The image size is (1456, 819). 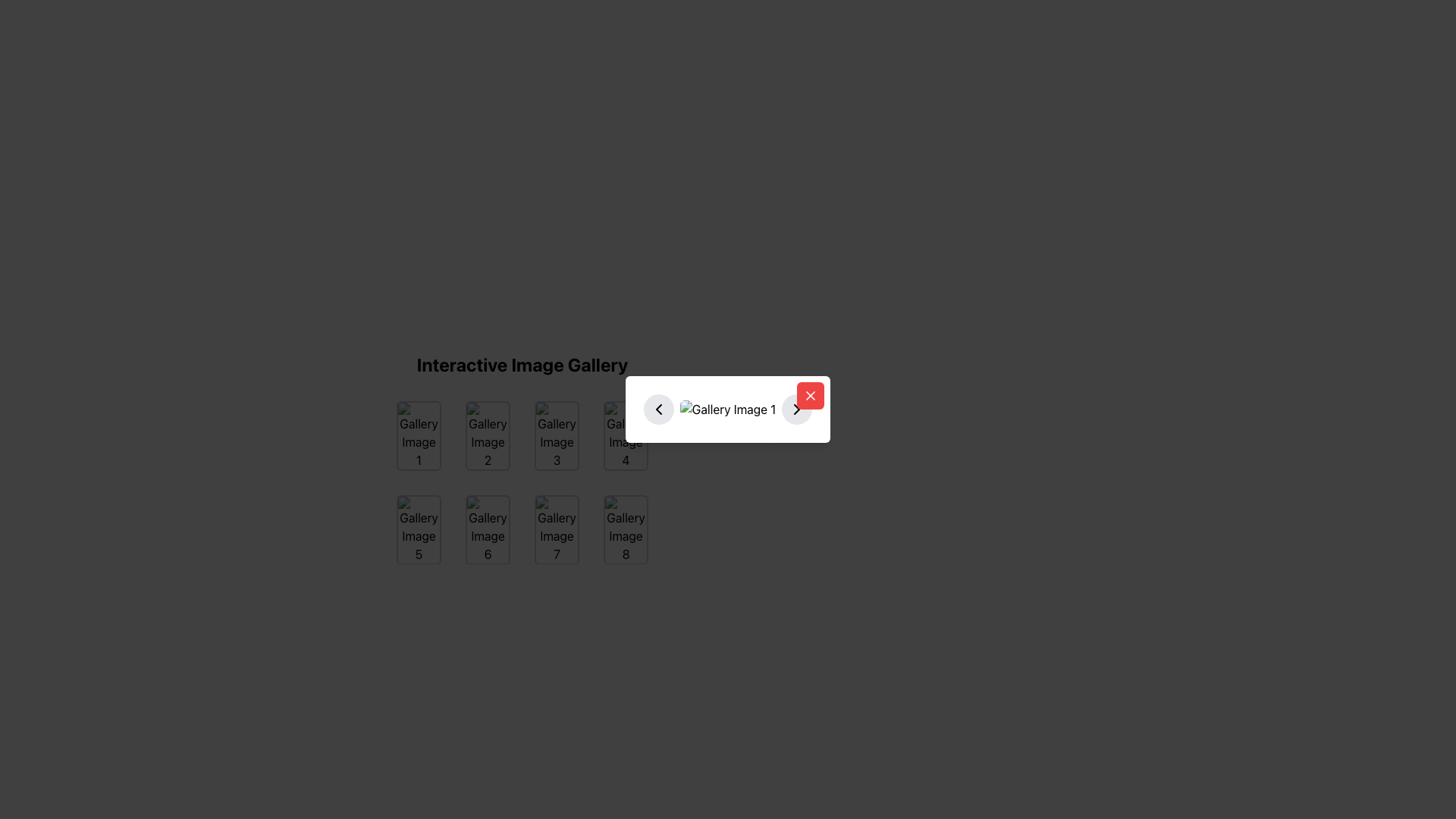 What do you see at coordinates (419, 435) in the screenshot?
I see `the image placeholder labeled 'Gallery Image 1'` at bounding box center [419, 435].